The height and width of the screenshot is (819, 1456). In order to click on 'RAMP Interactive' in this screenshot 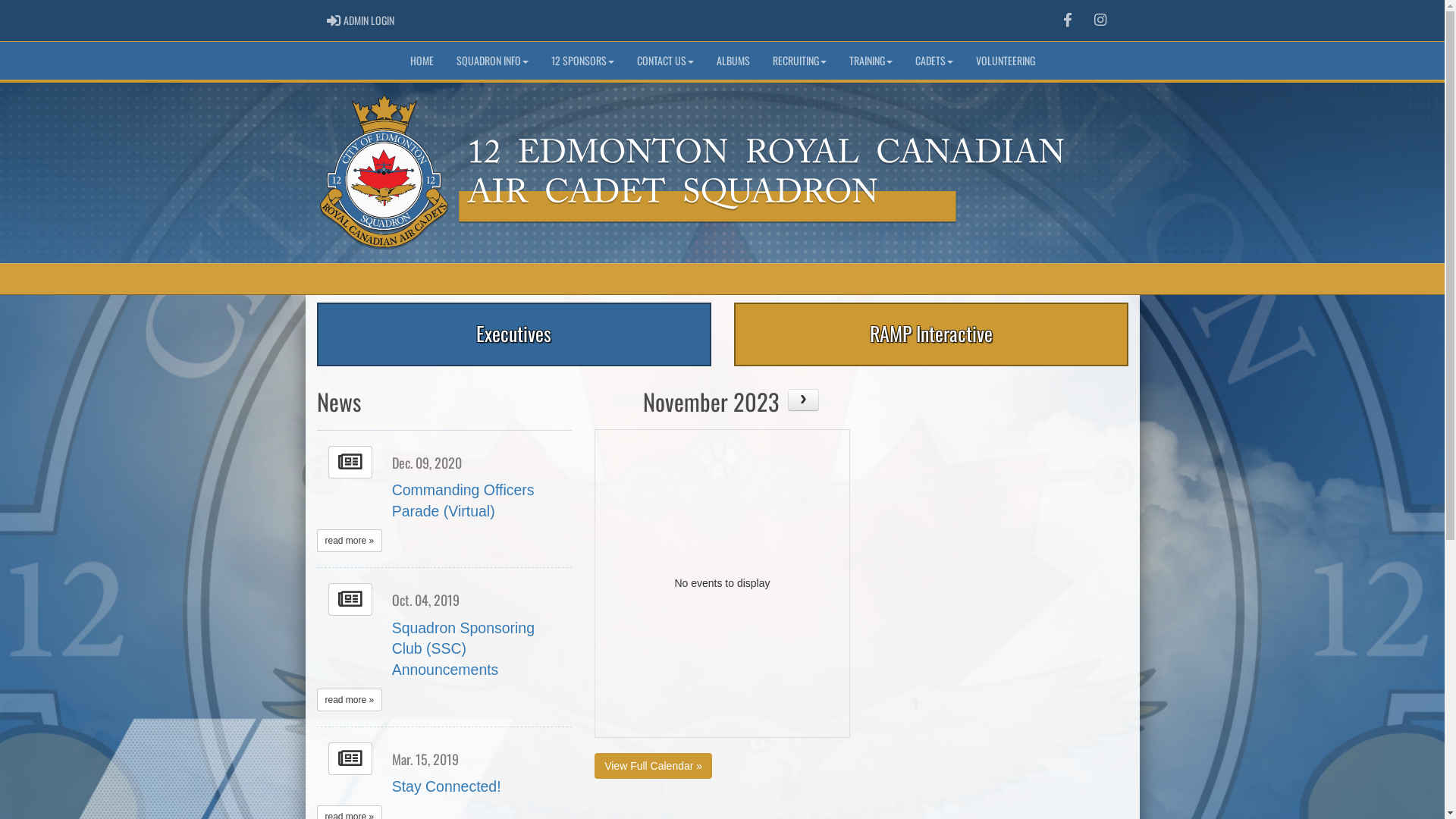, I will do `click(930, 333)`.